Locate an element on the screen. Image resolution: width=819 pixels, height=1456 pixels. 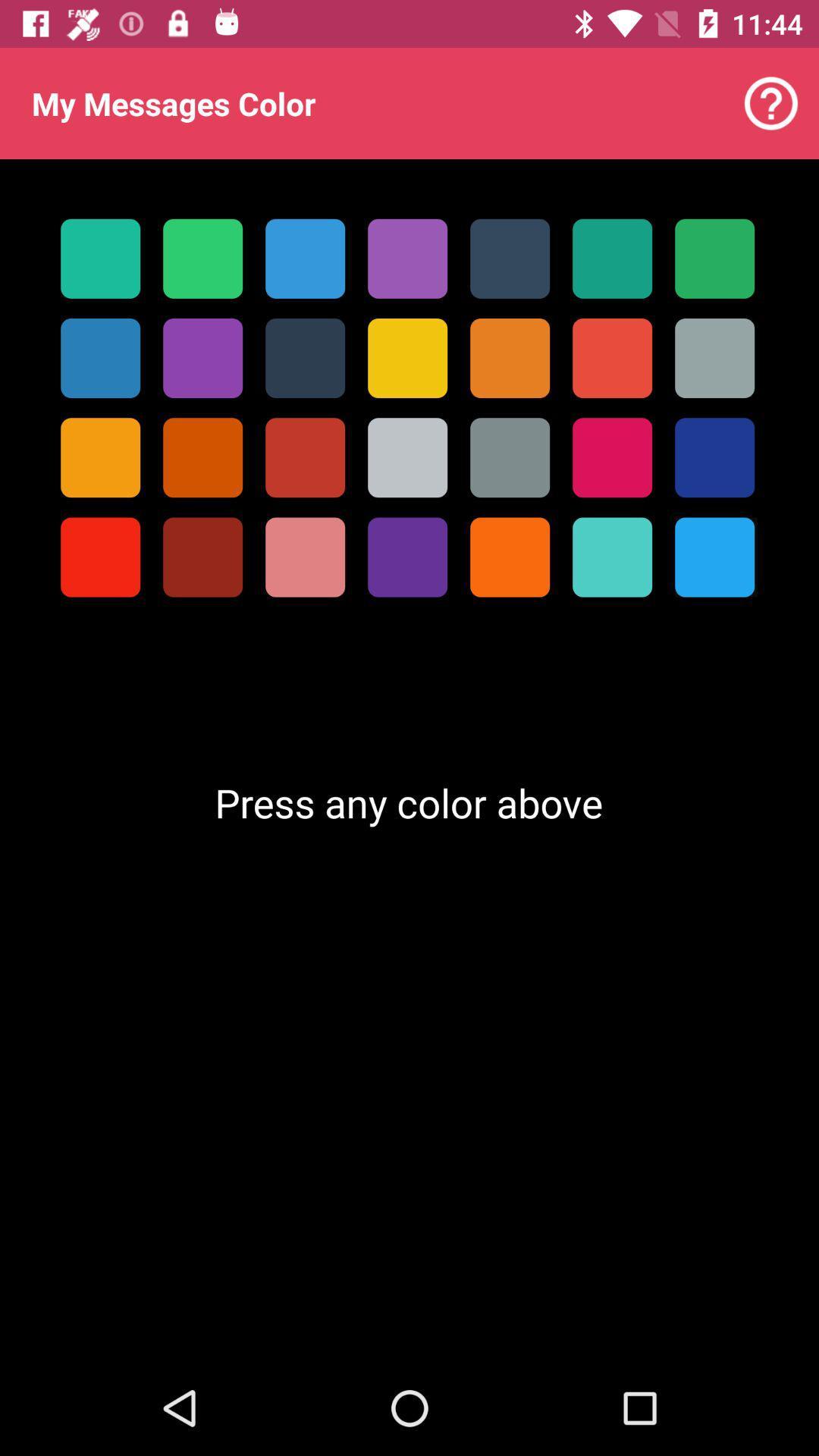
item next to my messages color item is located at coordinates (771, 102).